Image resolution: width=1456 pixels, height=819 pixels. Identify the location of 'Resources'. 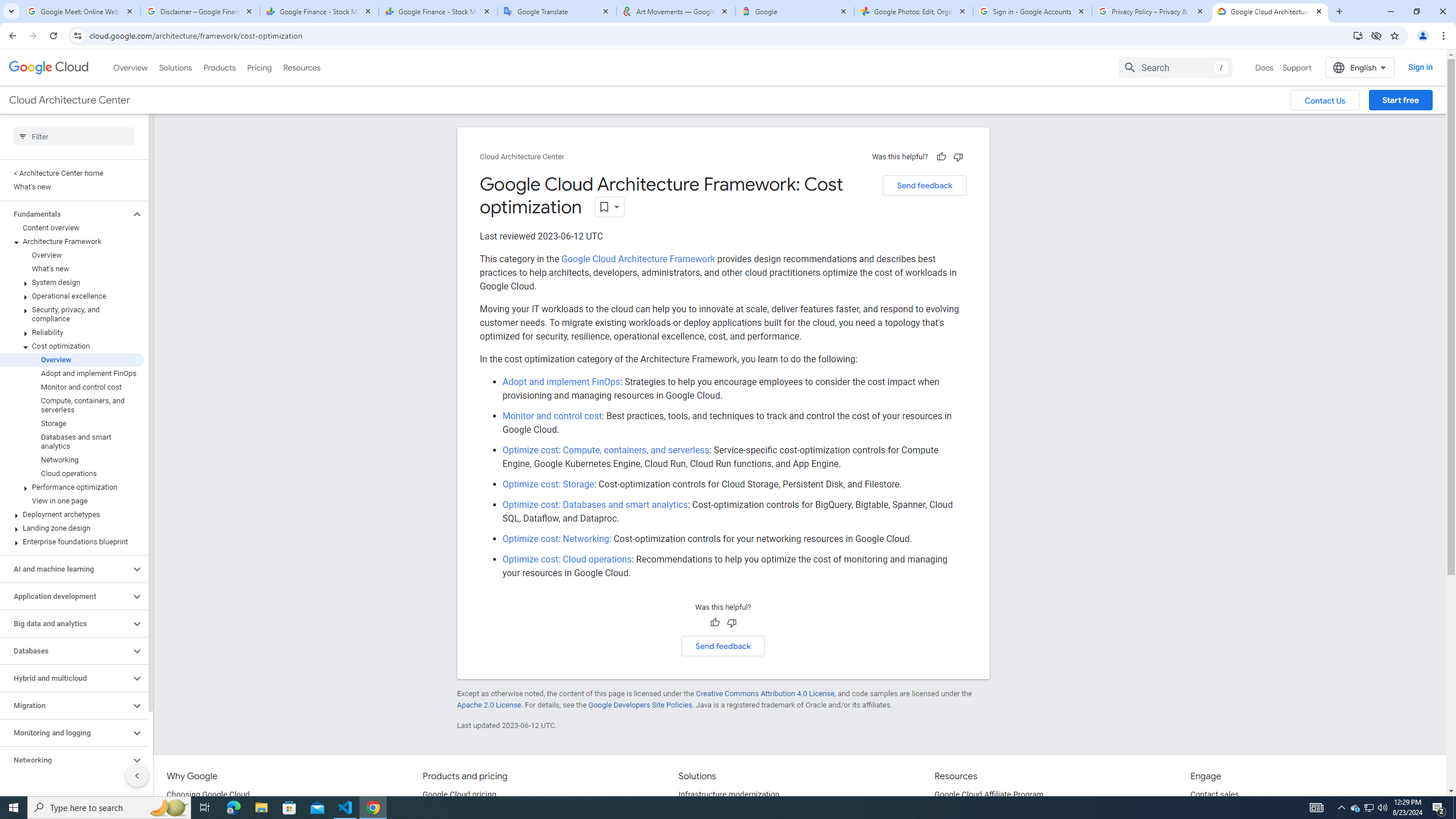
(301, 67).